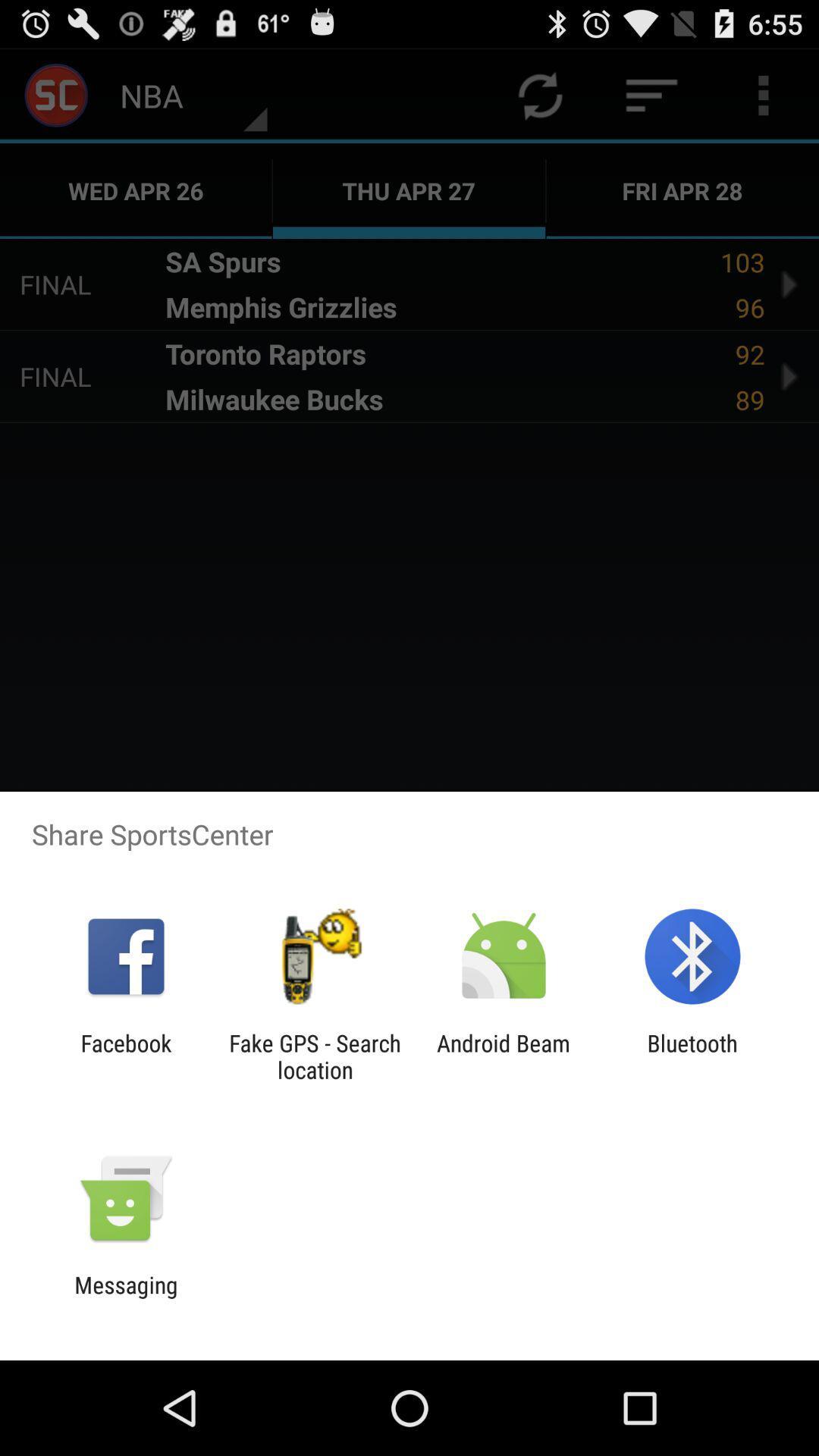 This screenshot has width=819, height=1456. What do you see at coordinates (314, 1056) in the screenshot?
I see `the icon next to android beam` at bounding box center [314, 1056].